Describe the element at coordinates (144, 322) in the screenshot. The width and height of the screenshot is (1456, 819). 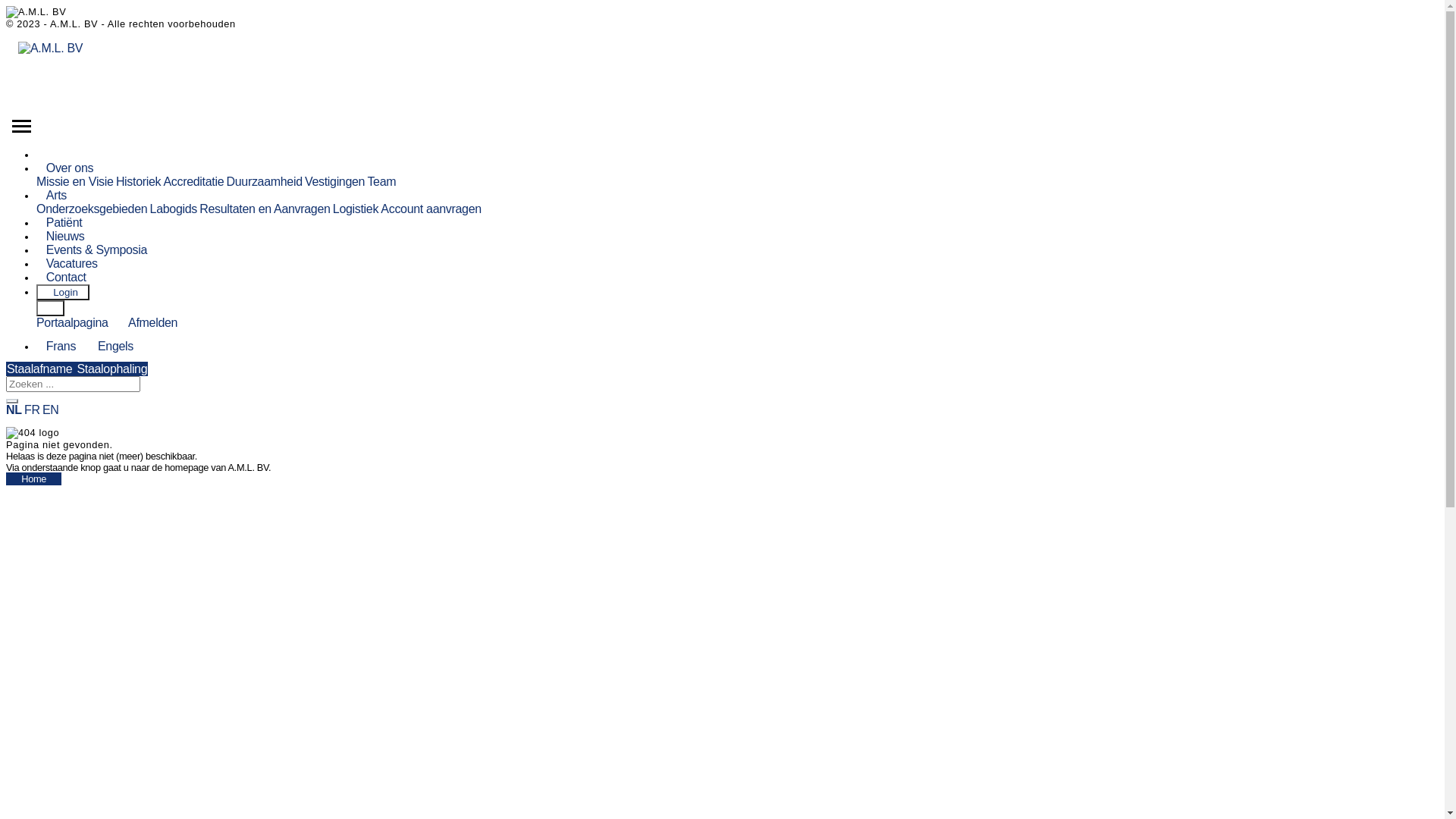
I see `'Afmelden'` at that location.